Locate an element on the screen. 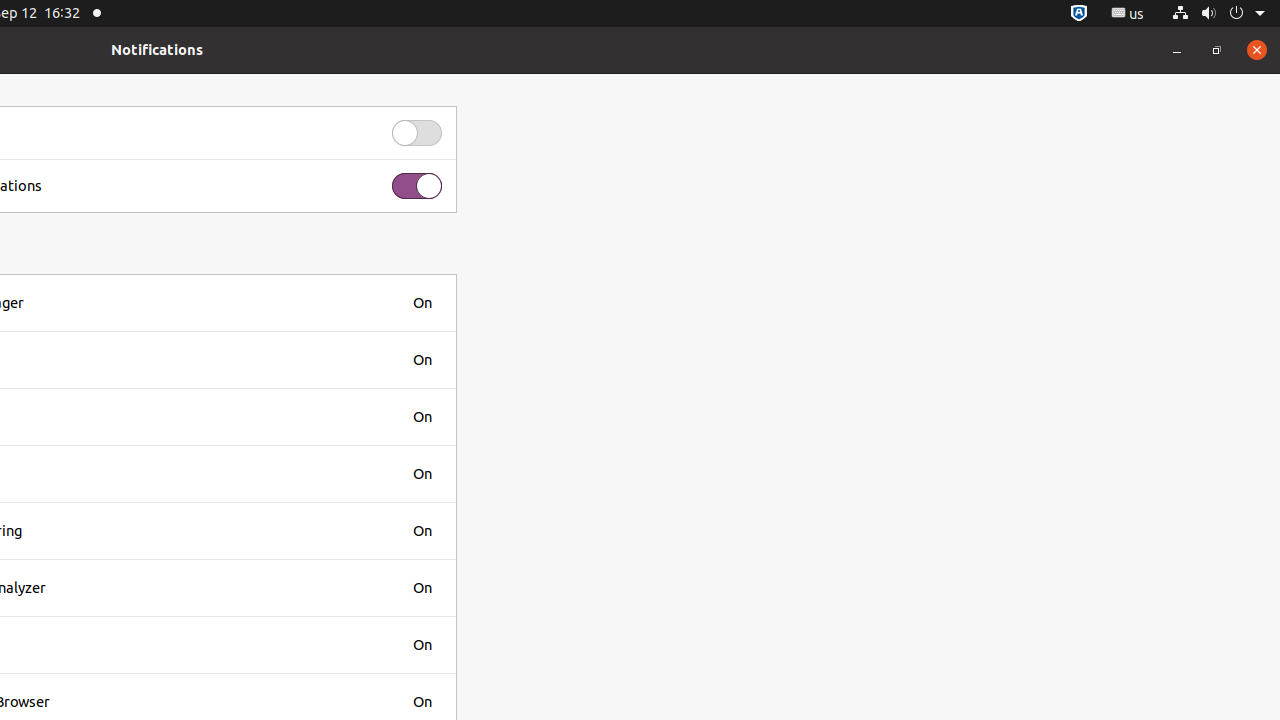  'Close' is located at coordinates (1255, 48).